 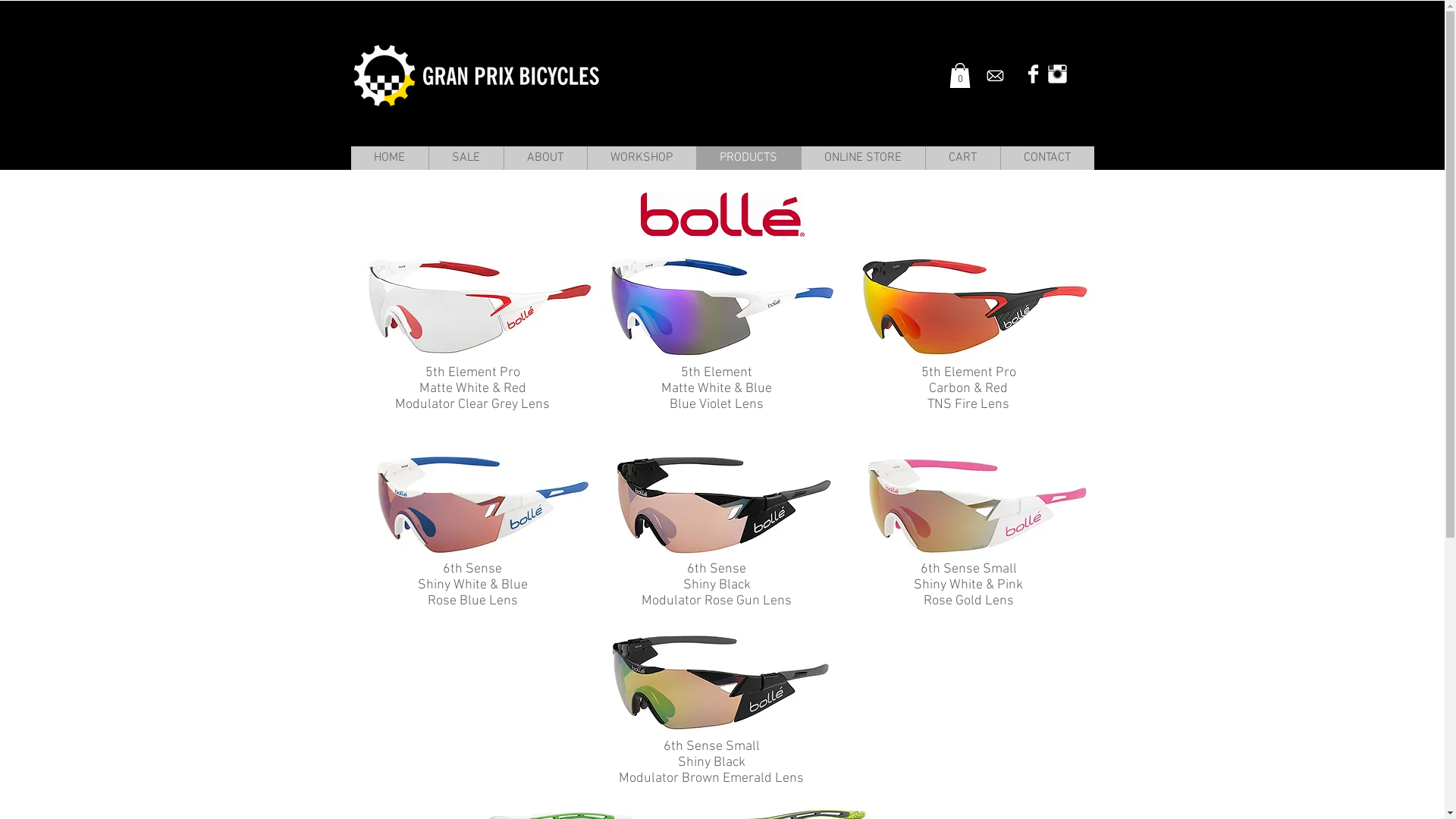 What do you see at coordinates (862, 158) in the screenshot?
I see `'ONLINE STORE'` at bounding box center [862, 158].